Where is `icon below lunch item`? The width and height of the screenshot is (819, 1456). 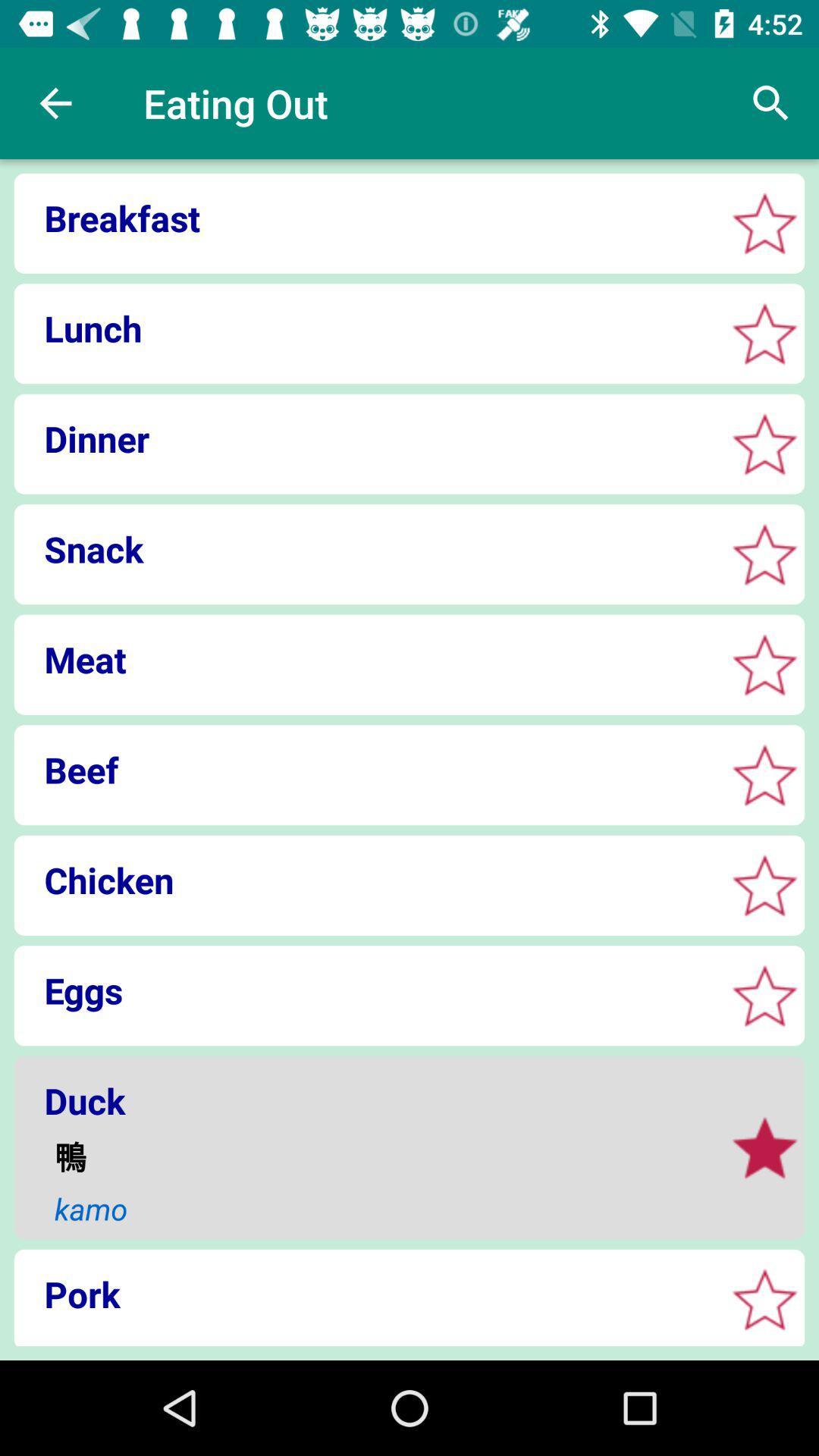
icon below lunch item is located at coordinates (365, 438).